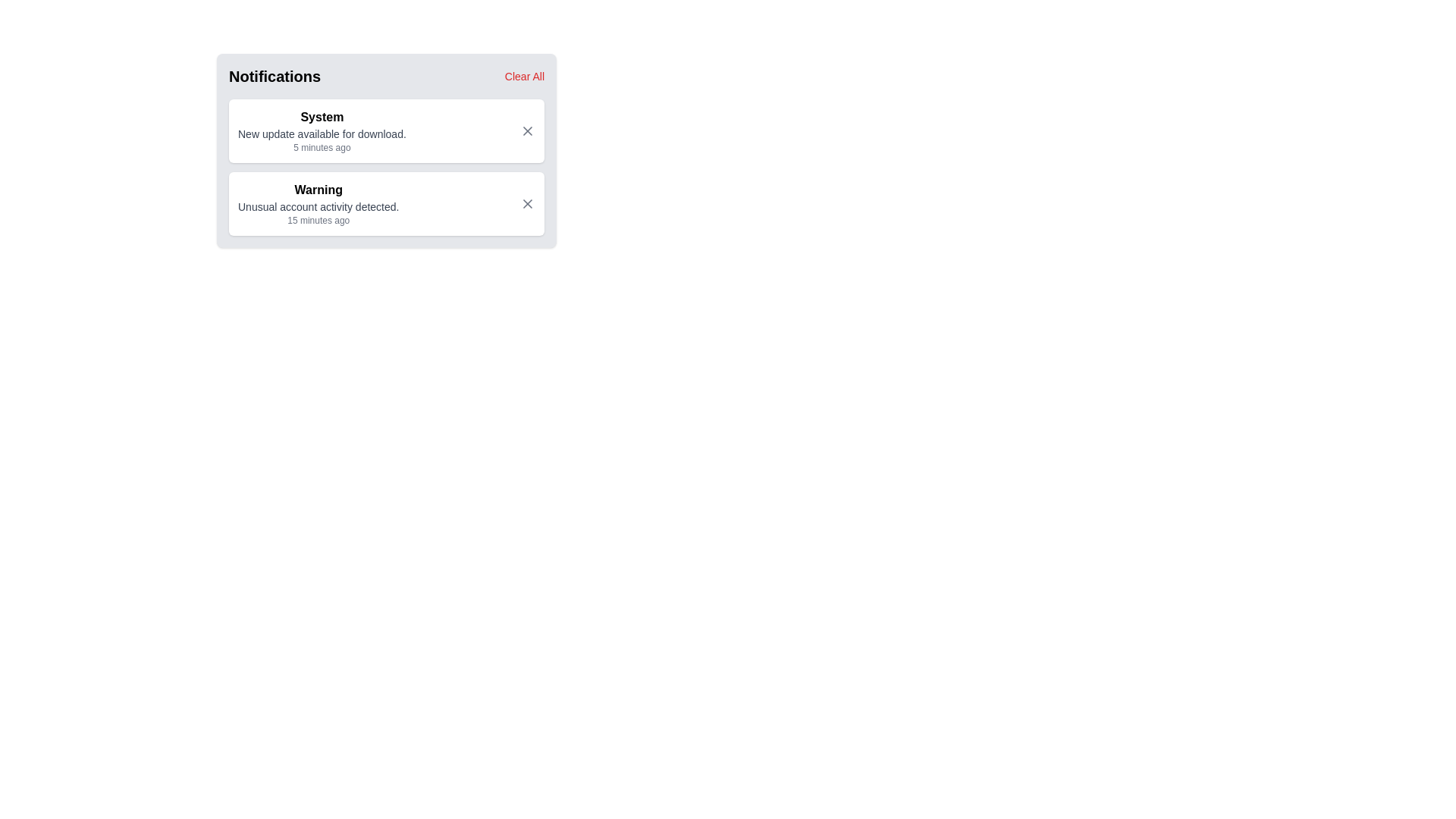 The width and height of the screenshot is (1456, 819). What do you see at coordinates (318, 207) in the screenshot?
I see `the text element that conveys information about unusual account activity detected, which is located beneath the 'Warning' label and above the timestamp text within the notification card` at bounding box center [318, 207].